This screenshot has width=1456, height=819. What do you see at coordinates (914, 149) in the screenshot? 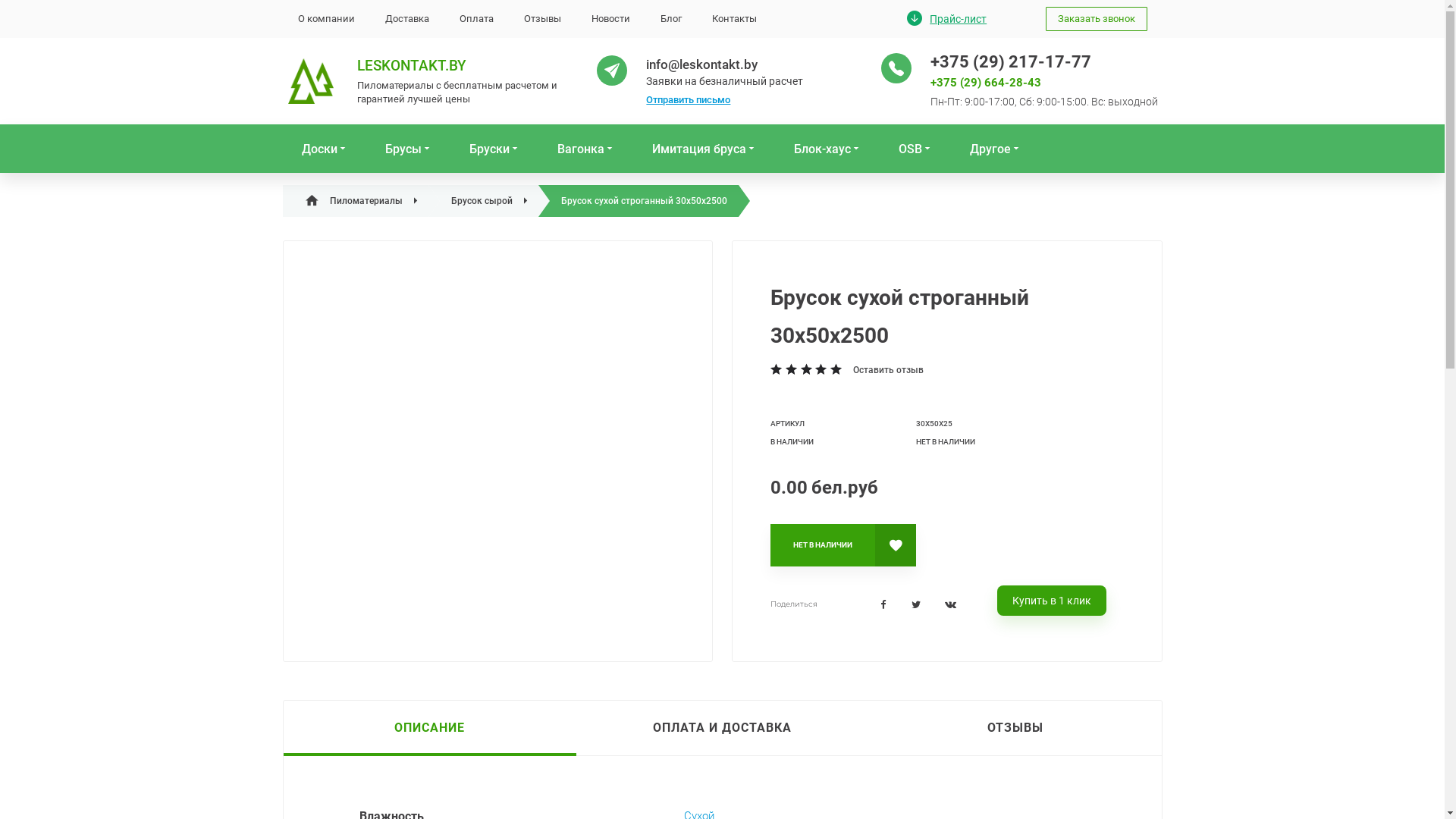
I see `'OSB'` at bounding box center [914, 149].